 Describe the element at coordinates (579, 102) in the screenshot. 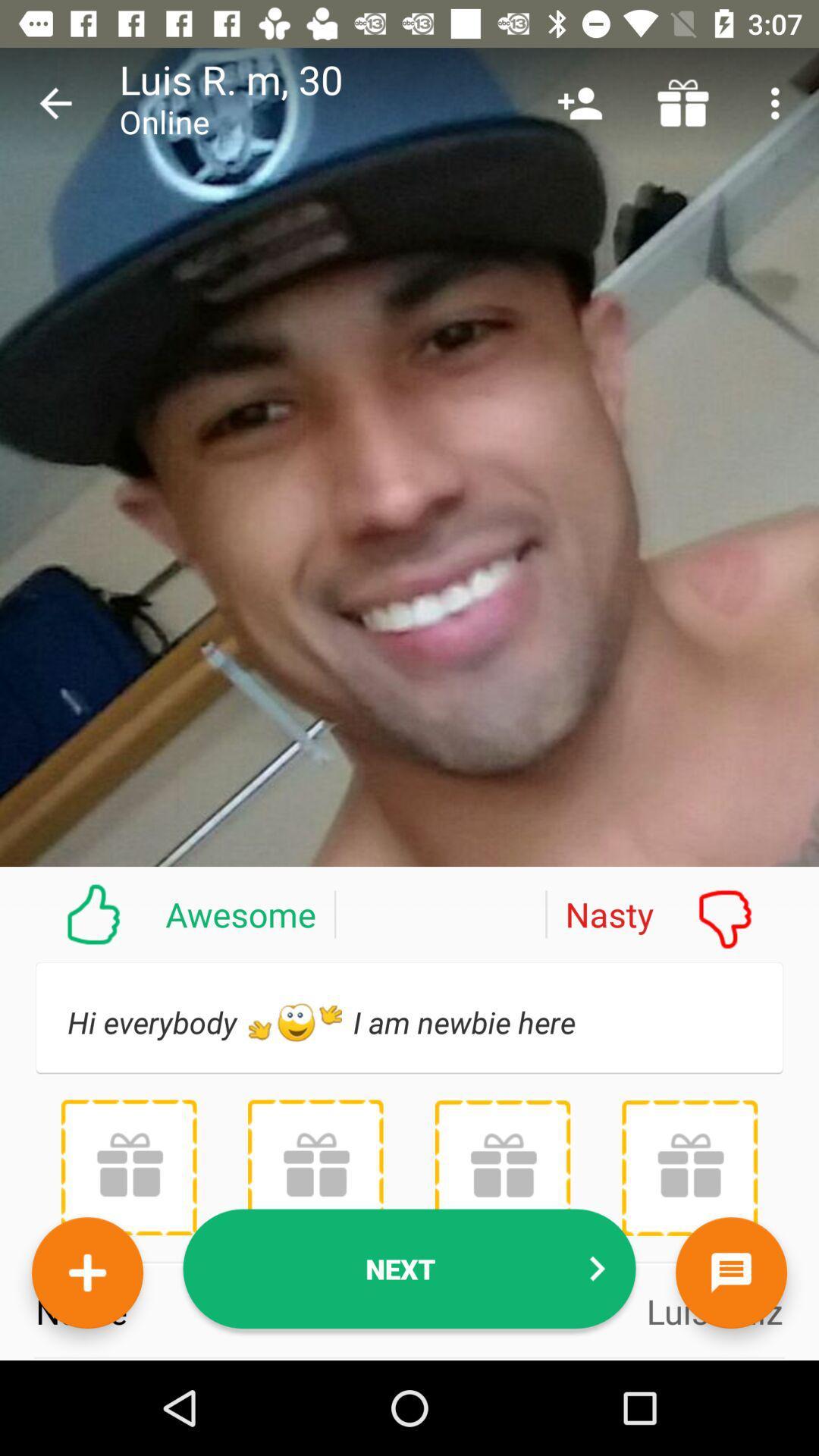

I see `the item above the nasty` at that location.